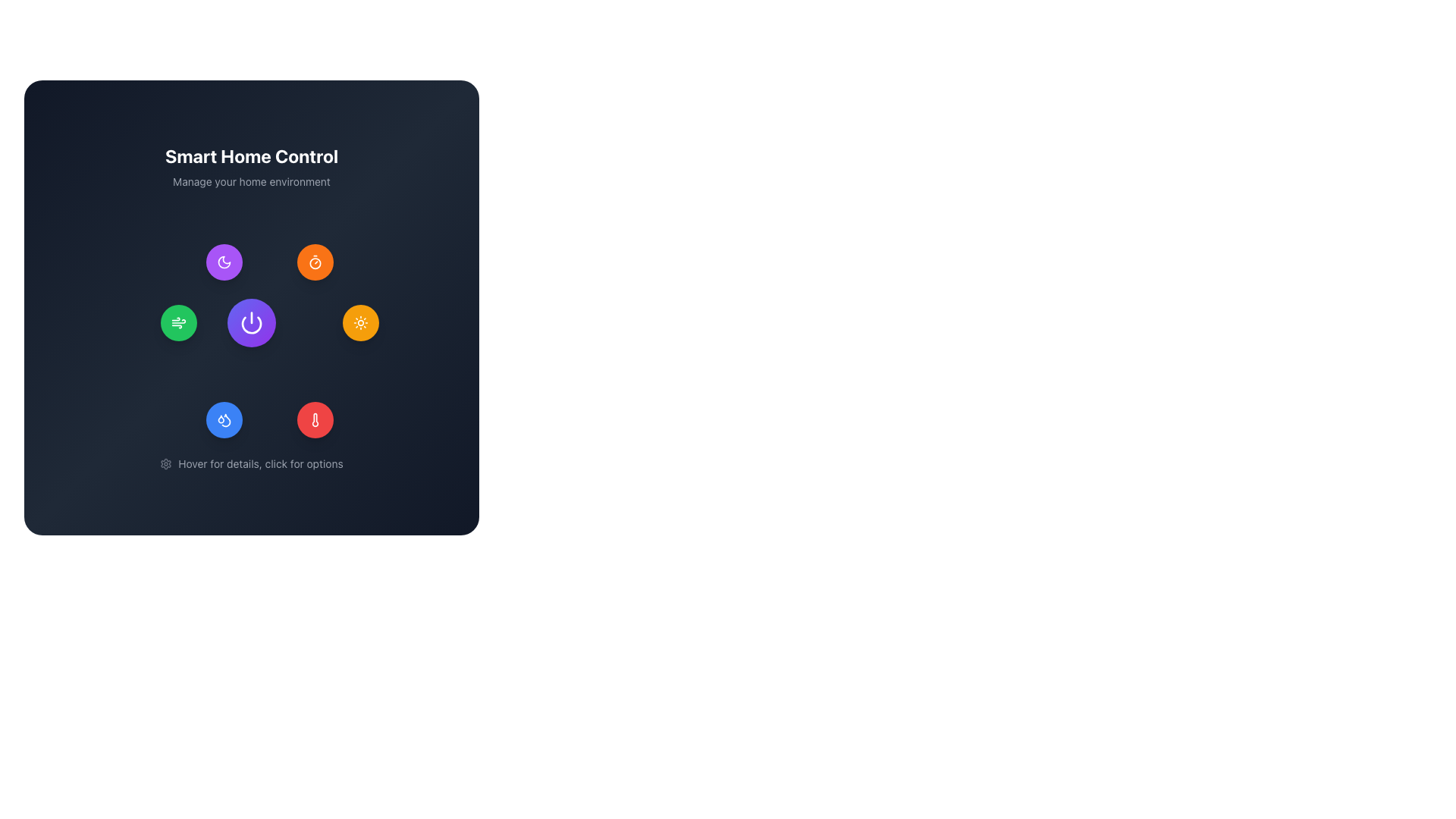 This screenshot has width=1456, height=819. I want to click on the temperature control button located near the bottom of the interface, aligned horizontally with another button featuring a blue background, so click(315, 420).